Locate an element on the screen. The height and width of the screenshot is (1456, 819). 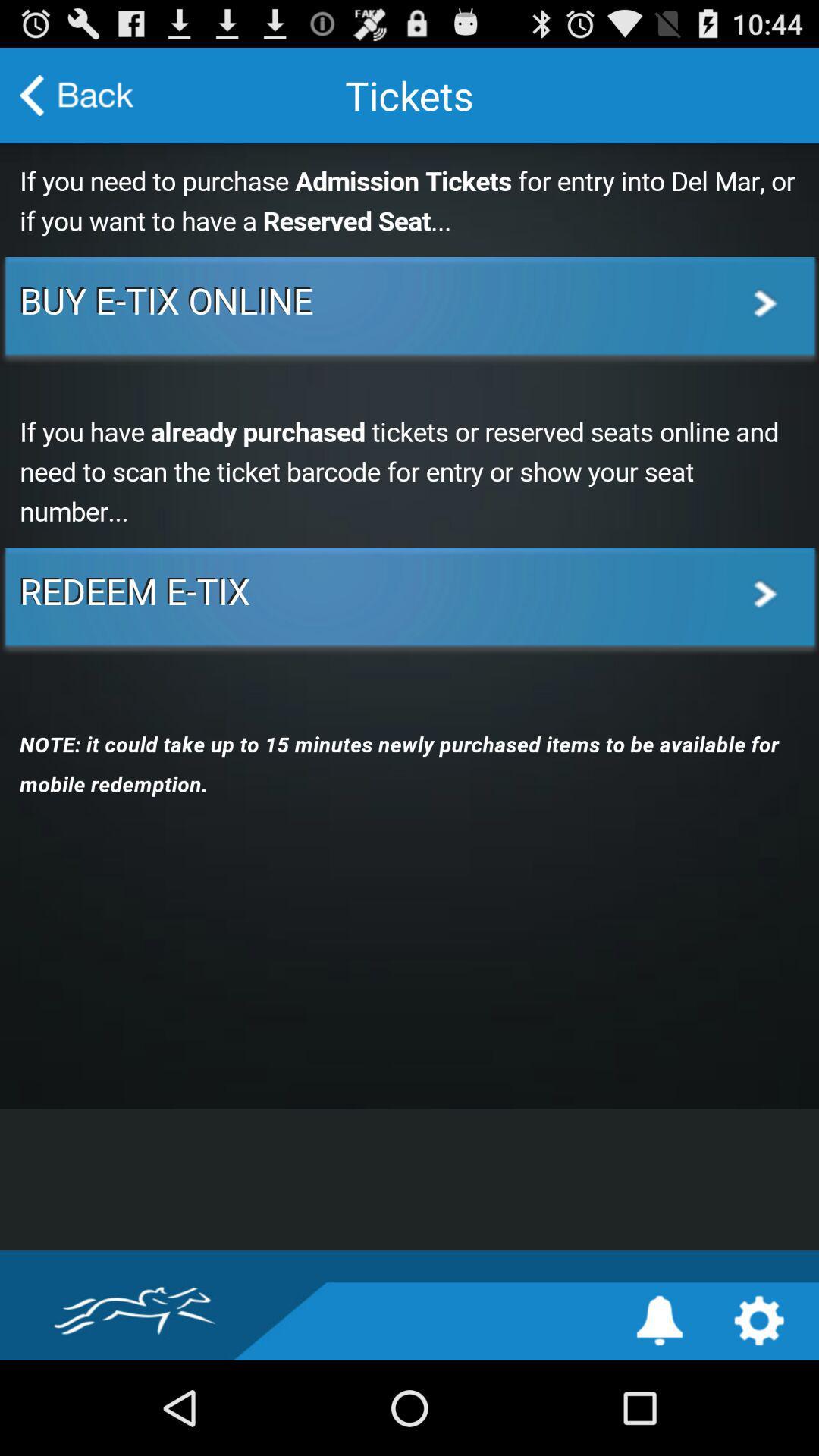
go back is located at coordinates (77, 94).